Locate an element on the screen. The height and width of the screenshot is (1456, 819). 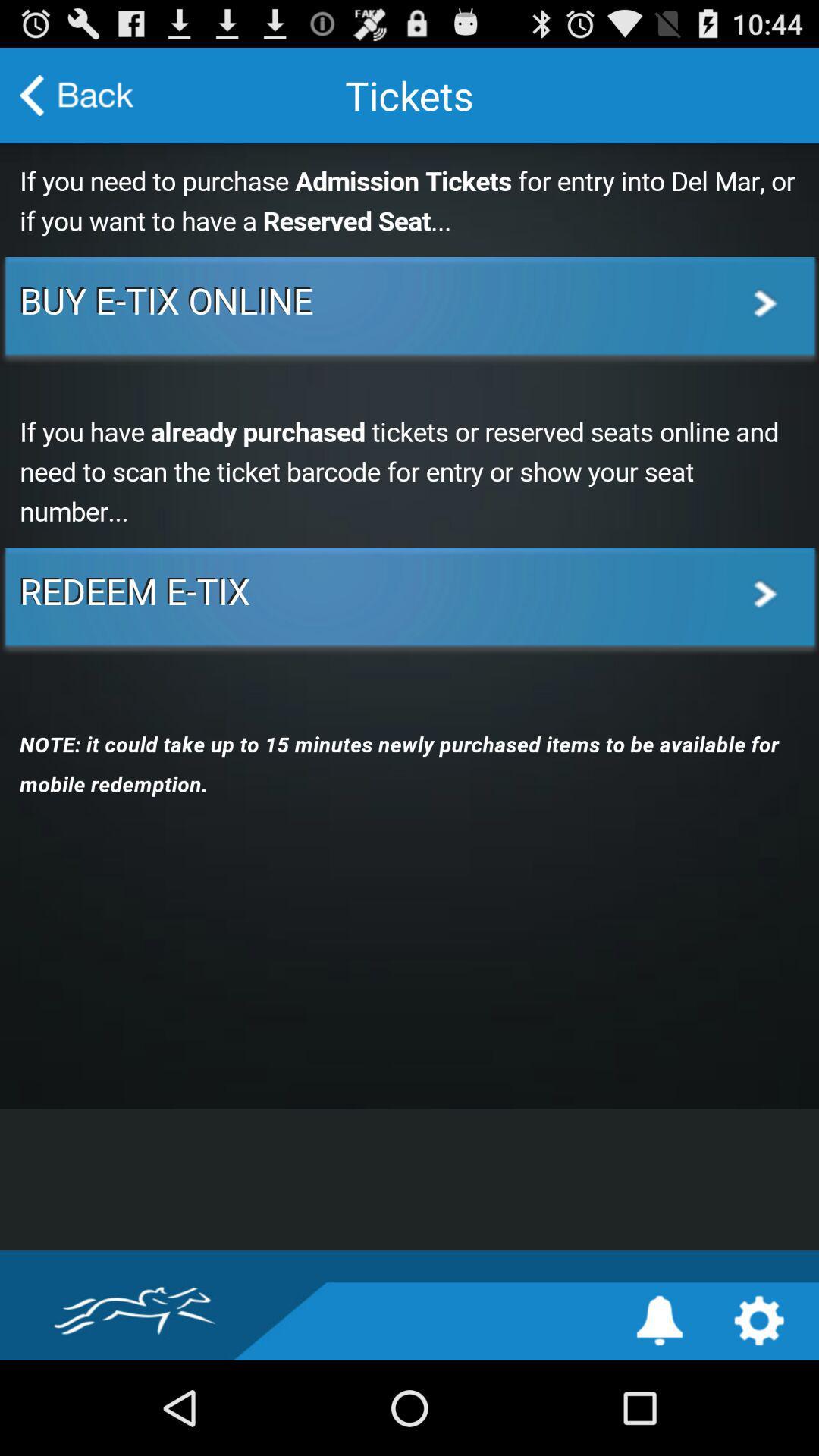
go back is located at coordinates (77, 94).